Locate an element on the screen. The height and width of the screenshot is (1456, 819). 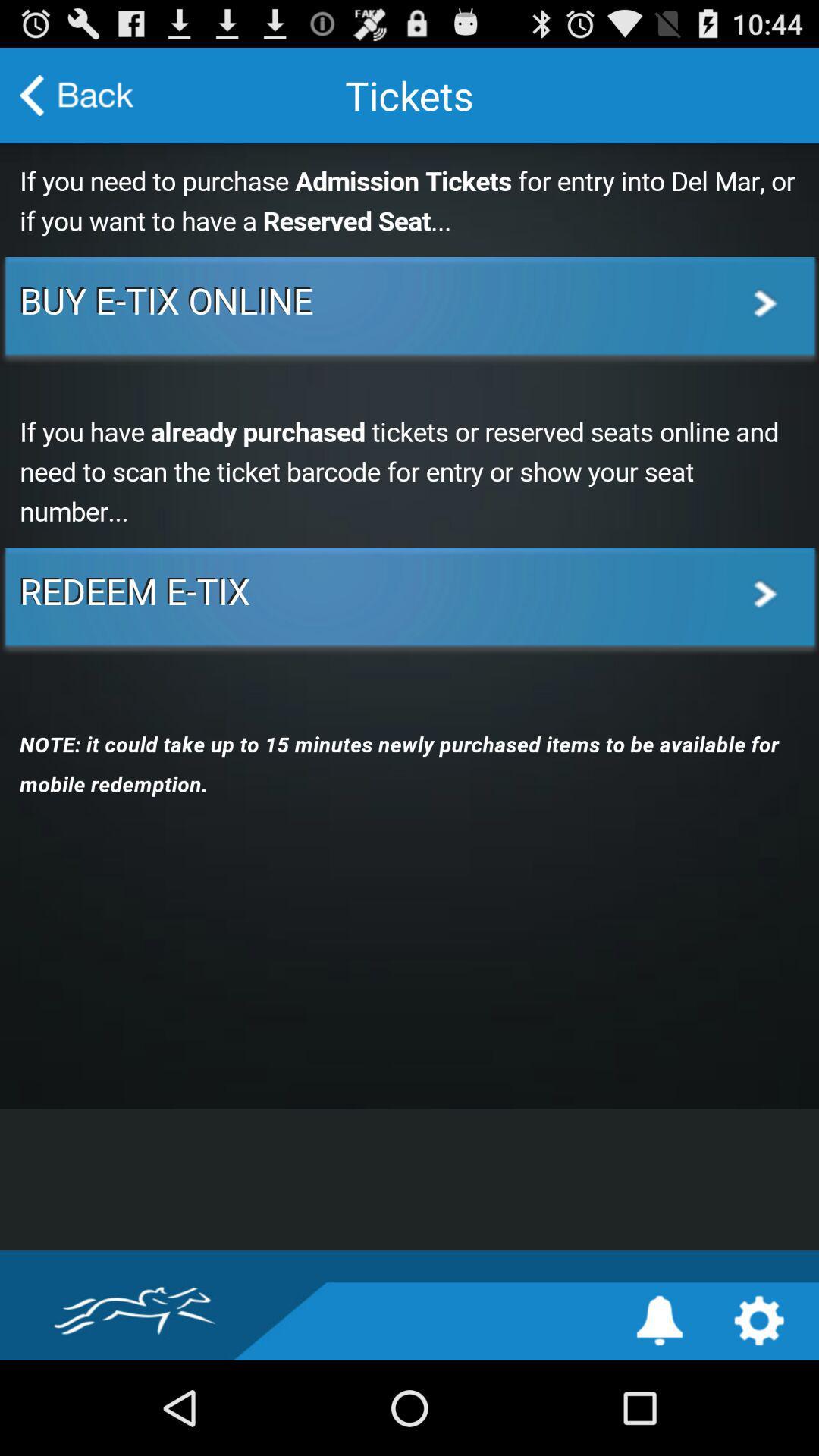
go back is located at coordinates (77, 94).